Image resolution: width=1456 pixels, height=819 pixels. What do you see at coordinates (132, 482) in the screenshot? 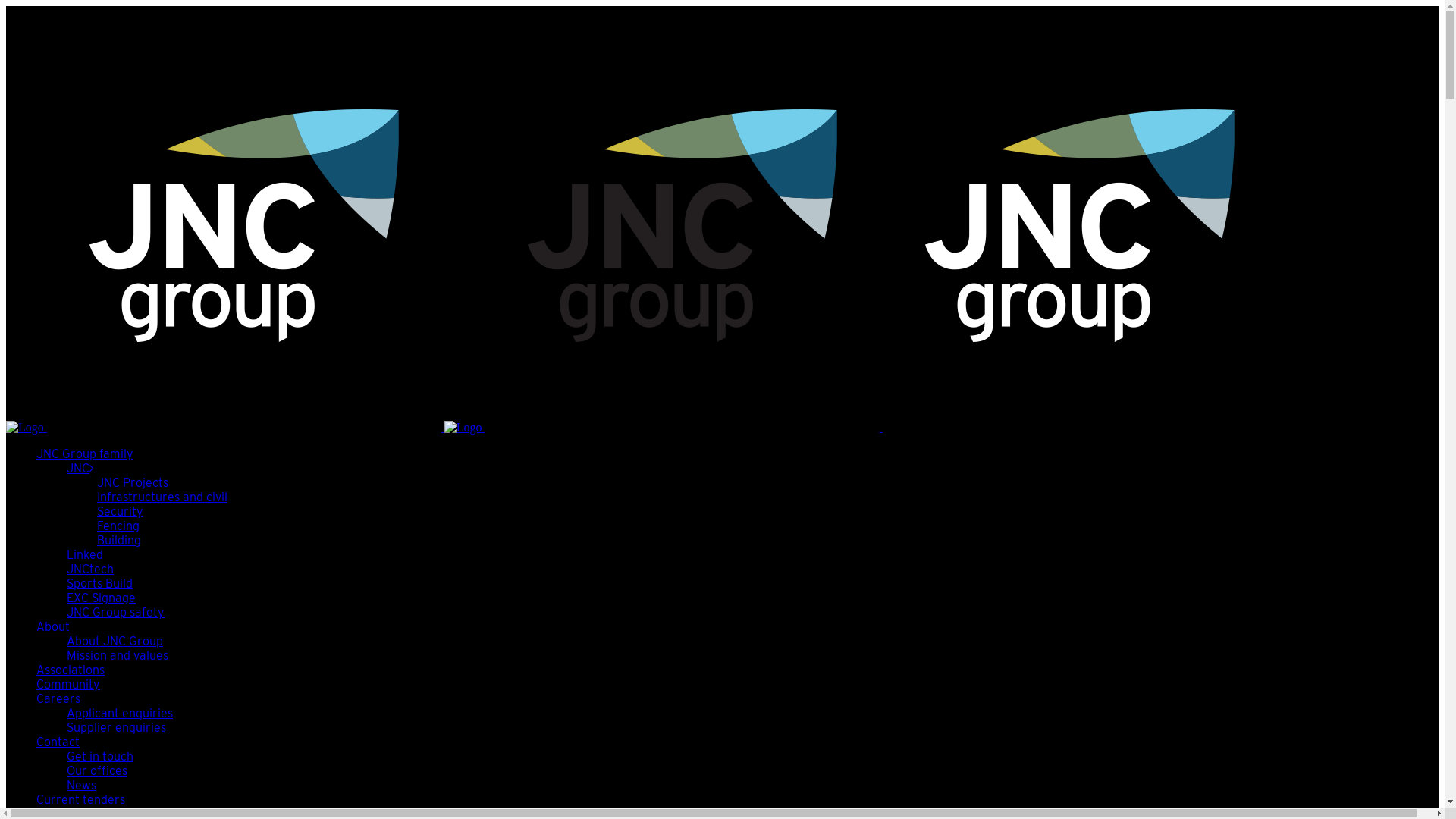
I see `'JNC Projects'` at bounding box center [132, 482].